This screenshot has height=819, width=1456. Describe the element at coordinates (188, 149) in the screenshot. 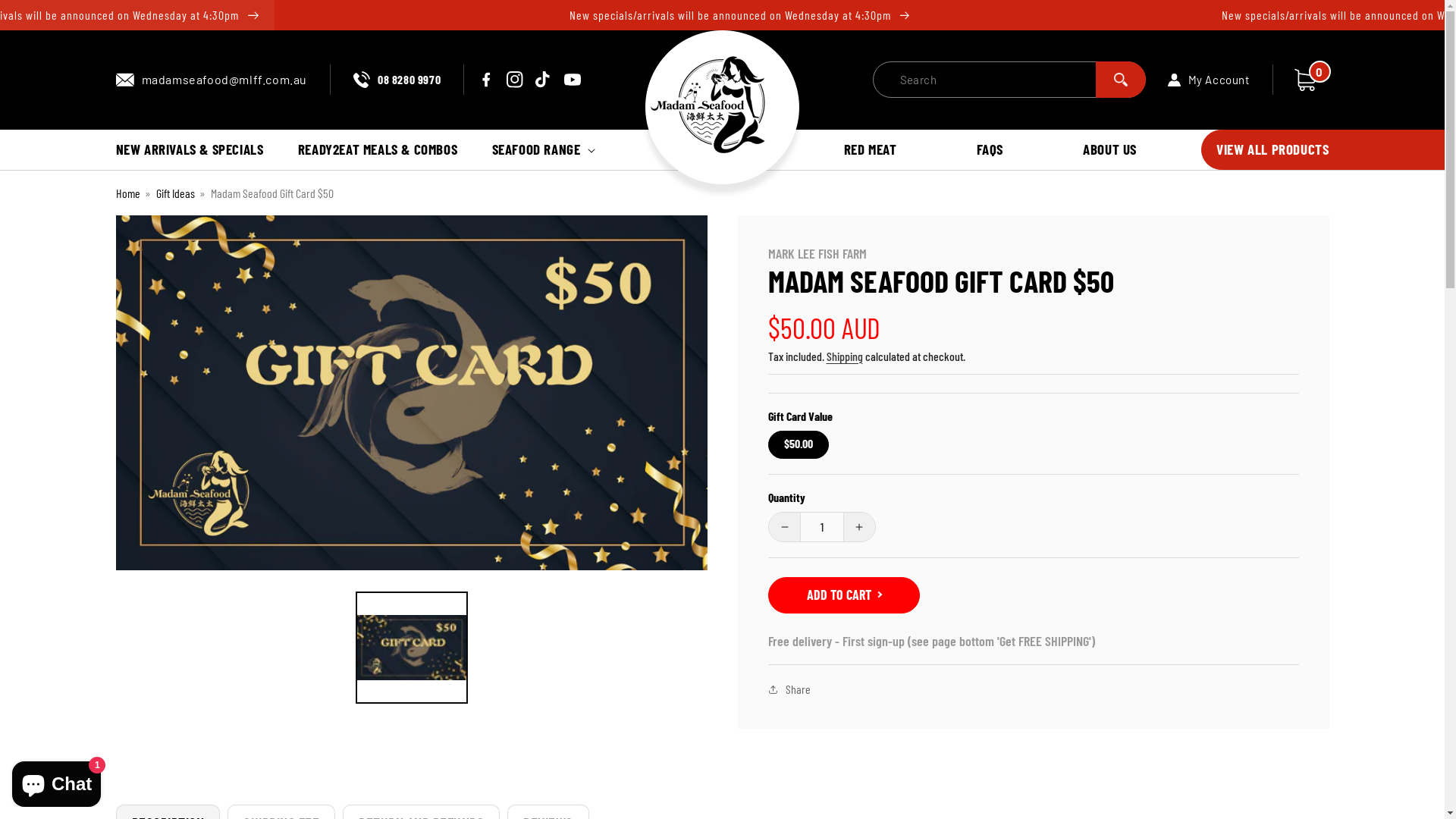

I see `'NEW ARRIVALS & SPECIALS'` at that location.